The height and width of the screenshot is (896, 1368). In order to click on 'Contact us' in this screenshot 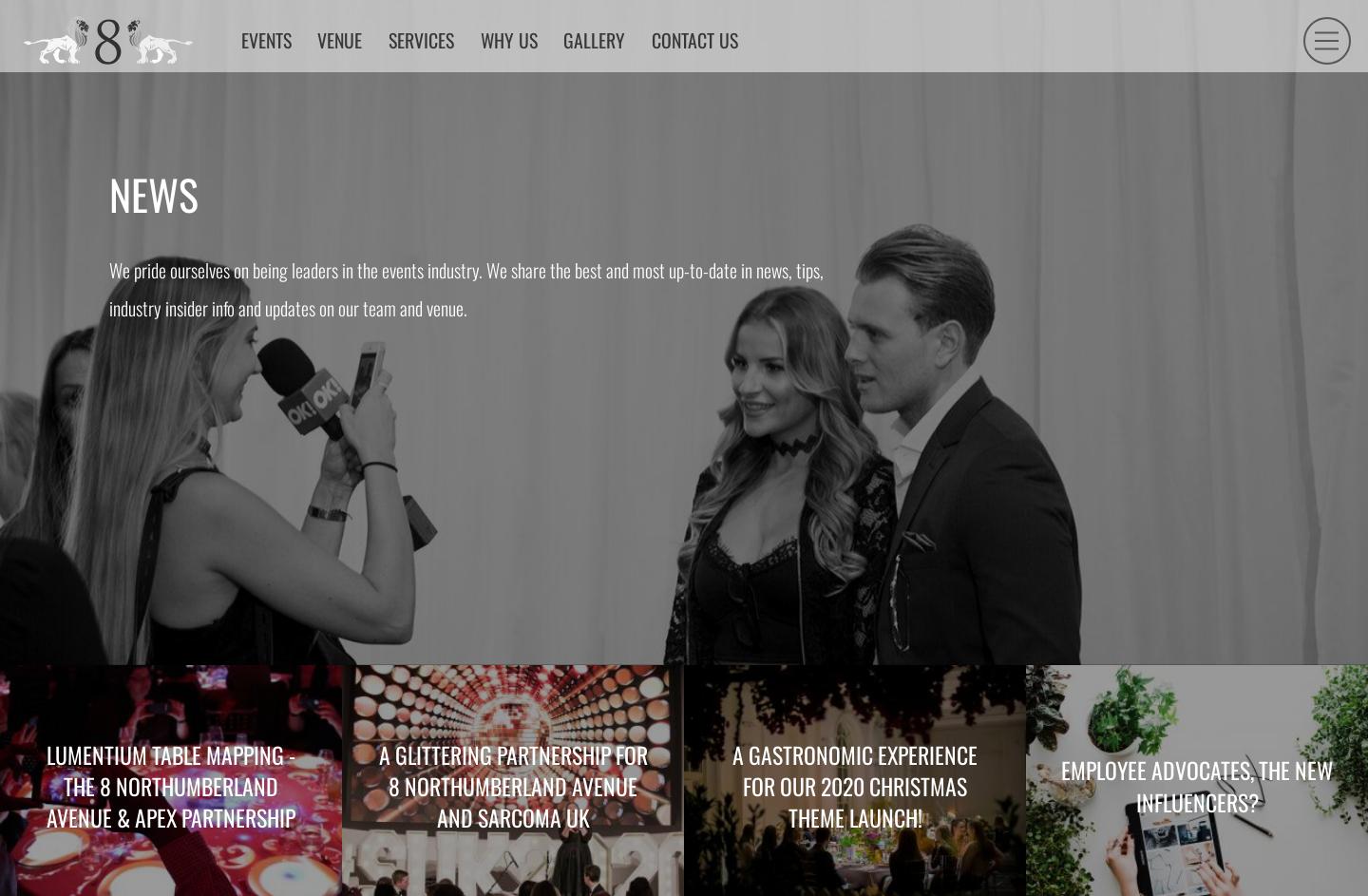, I will do `click(781, 89)`.